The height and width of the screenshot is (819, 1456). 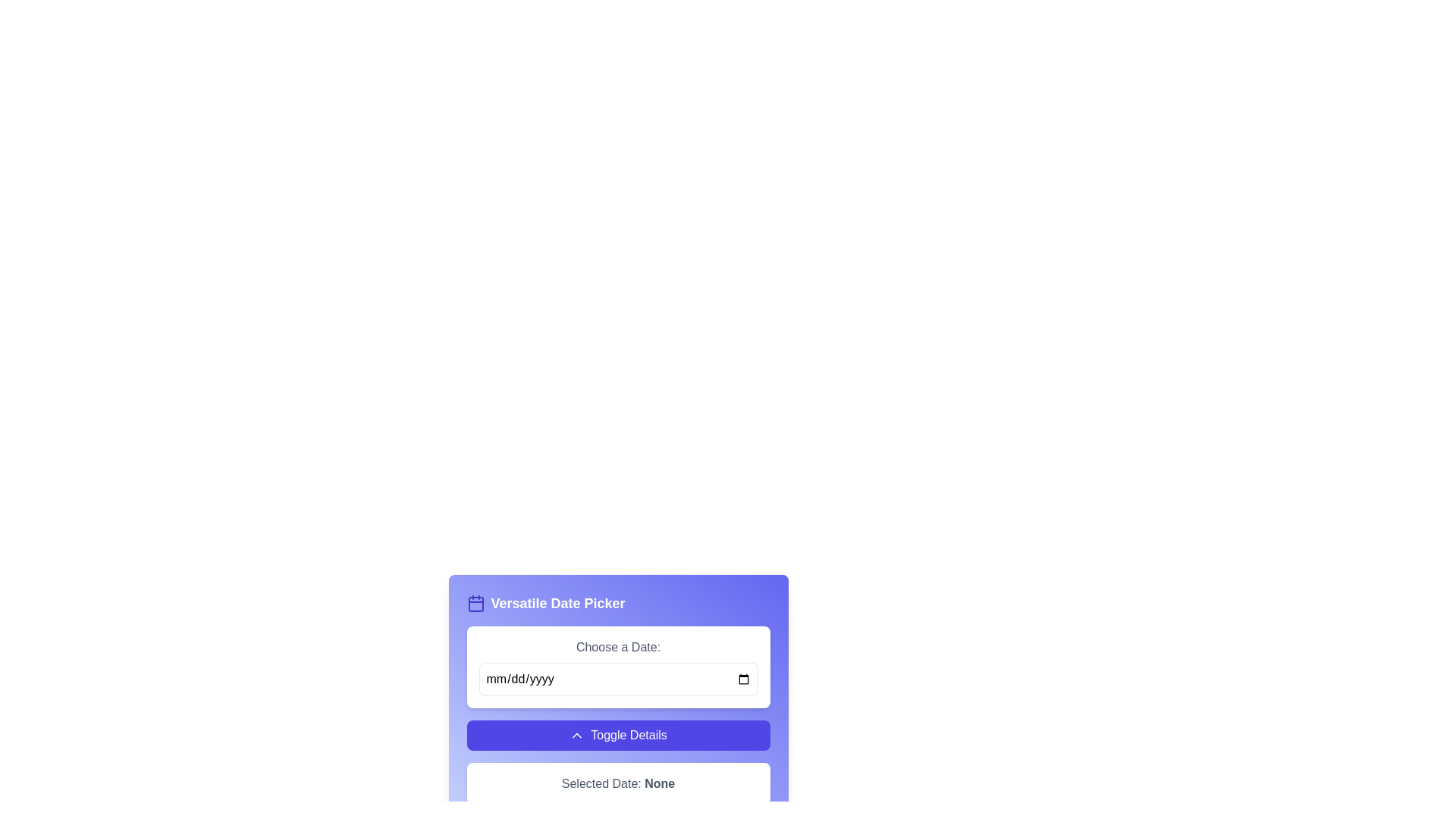 I want to click on text content of the label above the date input field in the 'Versatile Date Picker' section, which provides an instruction for selecting a date, so click(x=618, y=647).